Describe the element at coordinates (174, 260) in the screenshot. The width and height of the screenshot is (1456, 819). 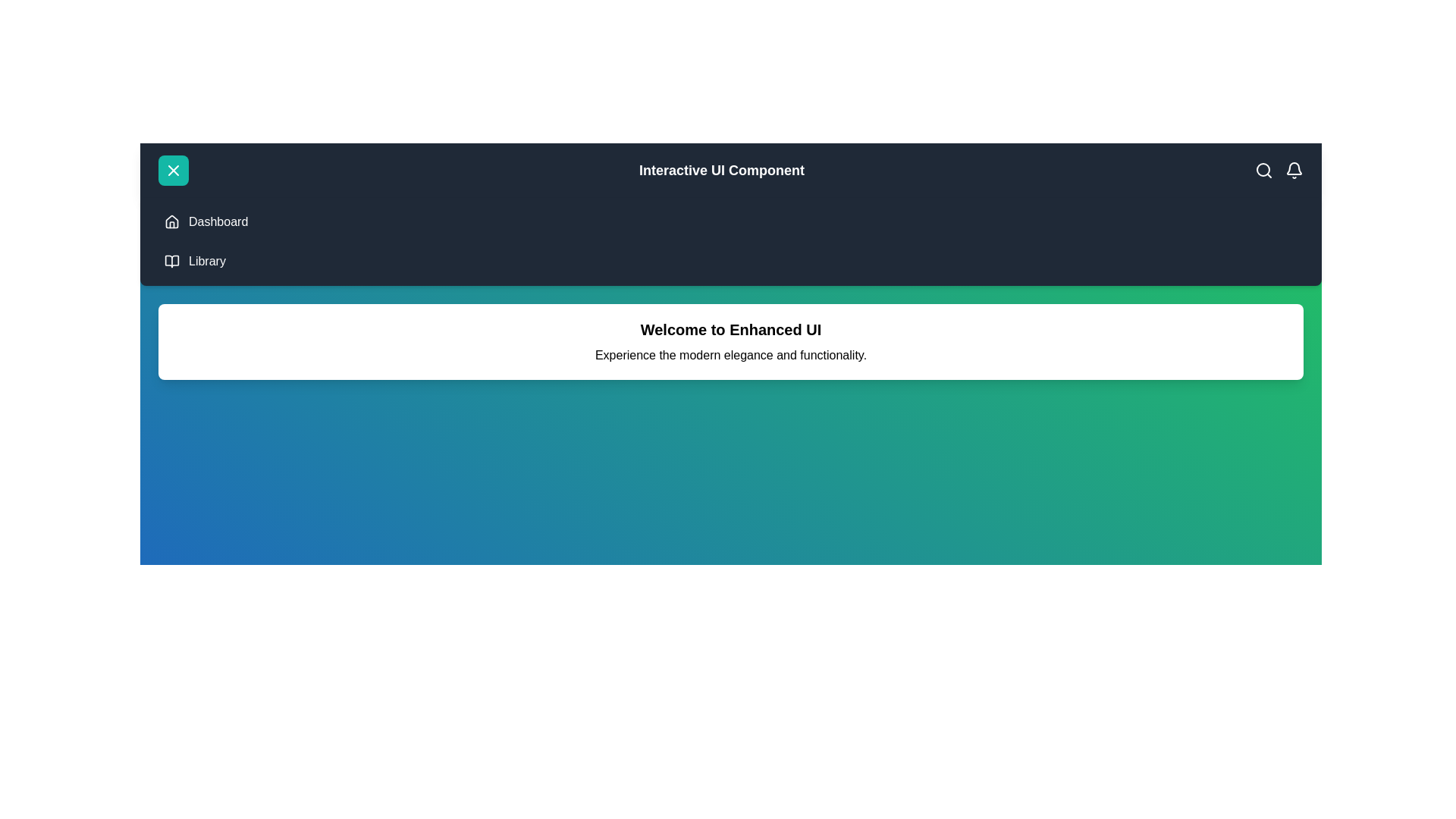
I see `the Library menu item to navigate to the Library section` at that location.